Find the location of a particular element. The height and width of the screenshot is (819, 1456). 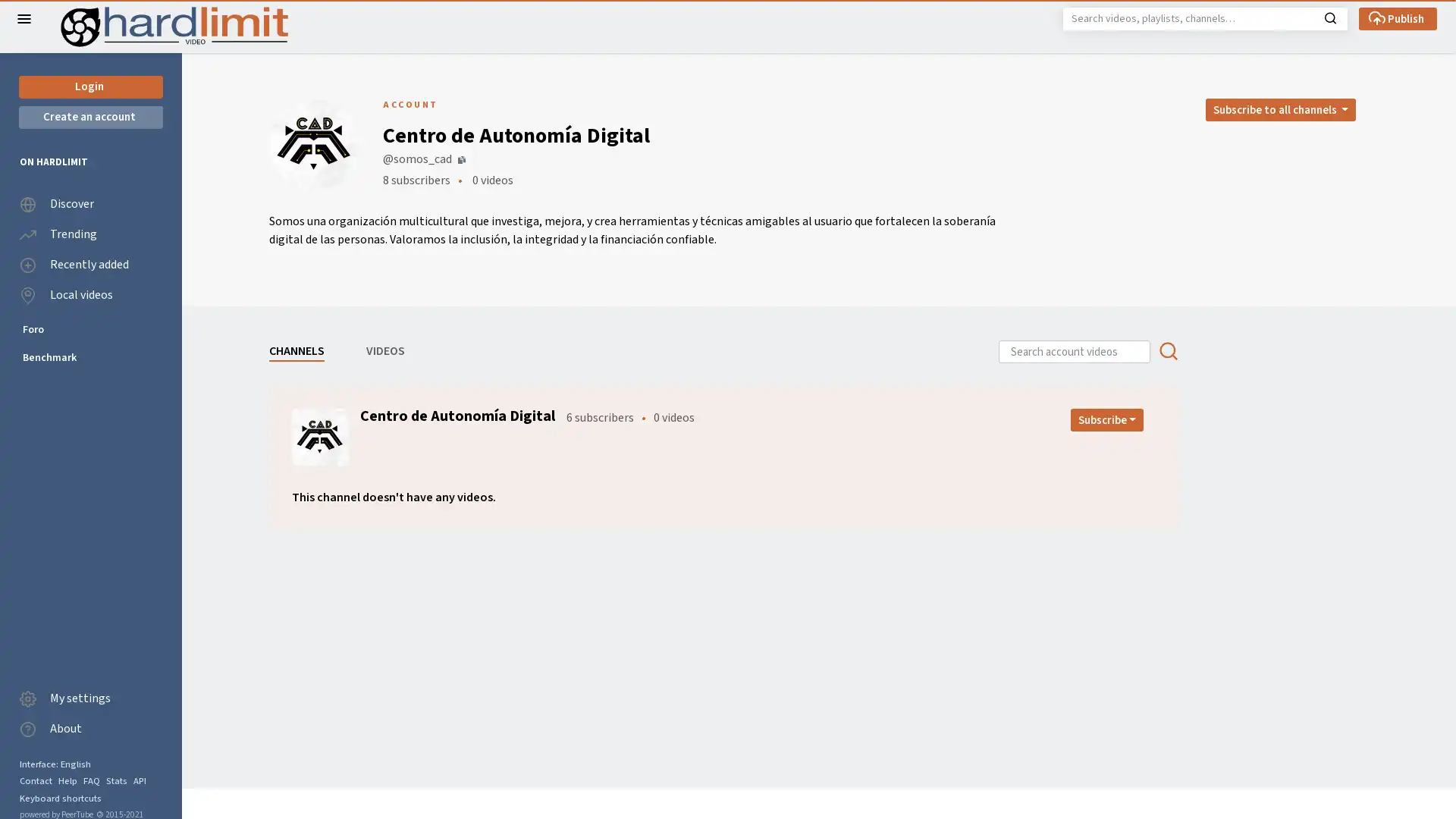

Interface: English is located at coordinates (55, 764).